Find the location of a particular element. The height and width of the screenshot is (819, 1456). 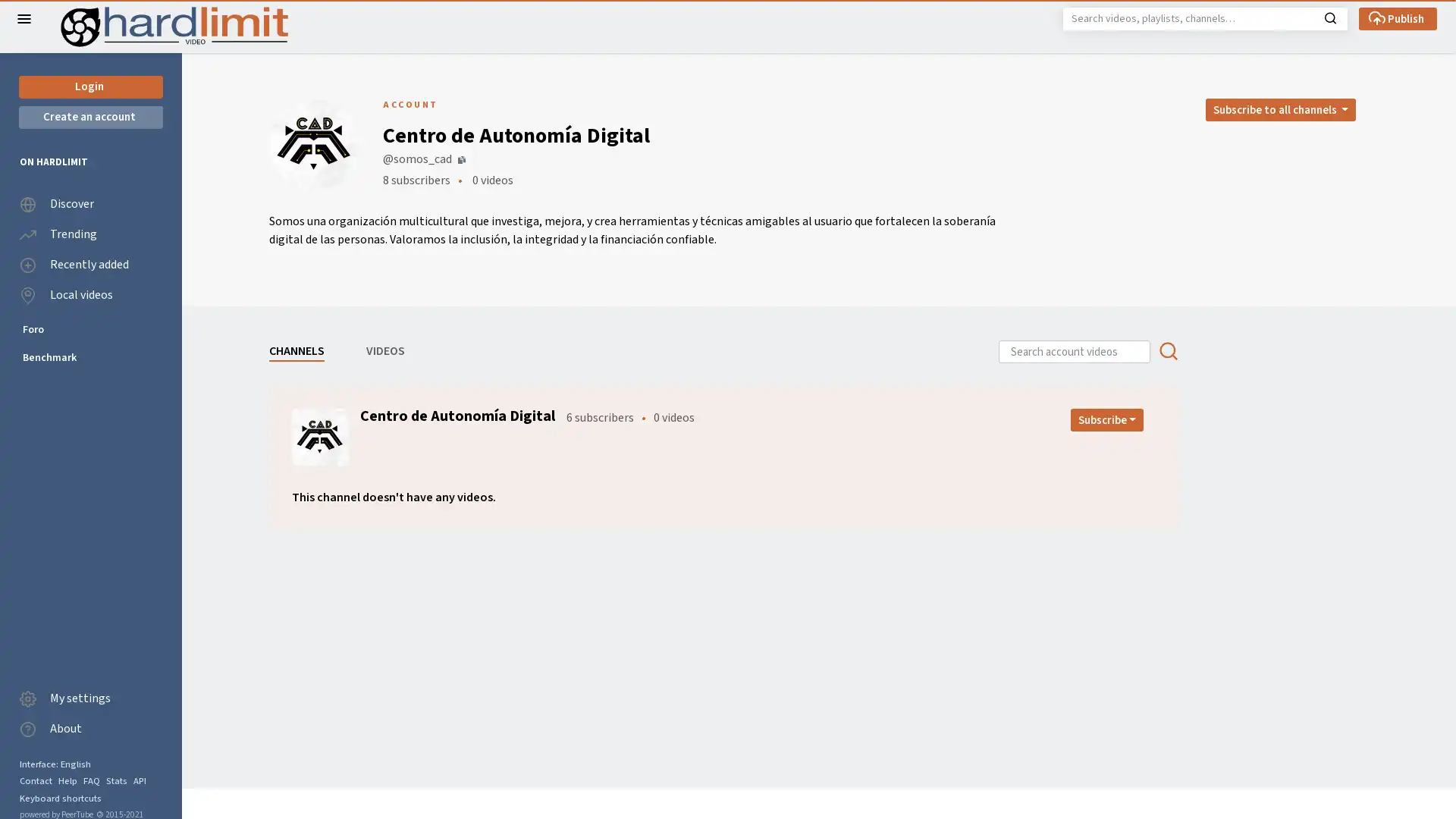

Interface: English is located at coordinates (55, 764).